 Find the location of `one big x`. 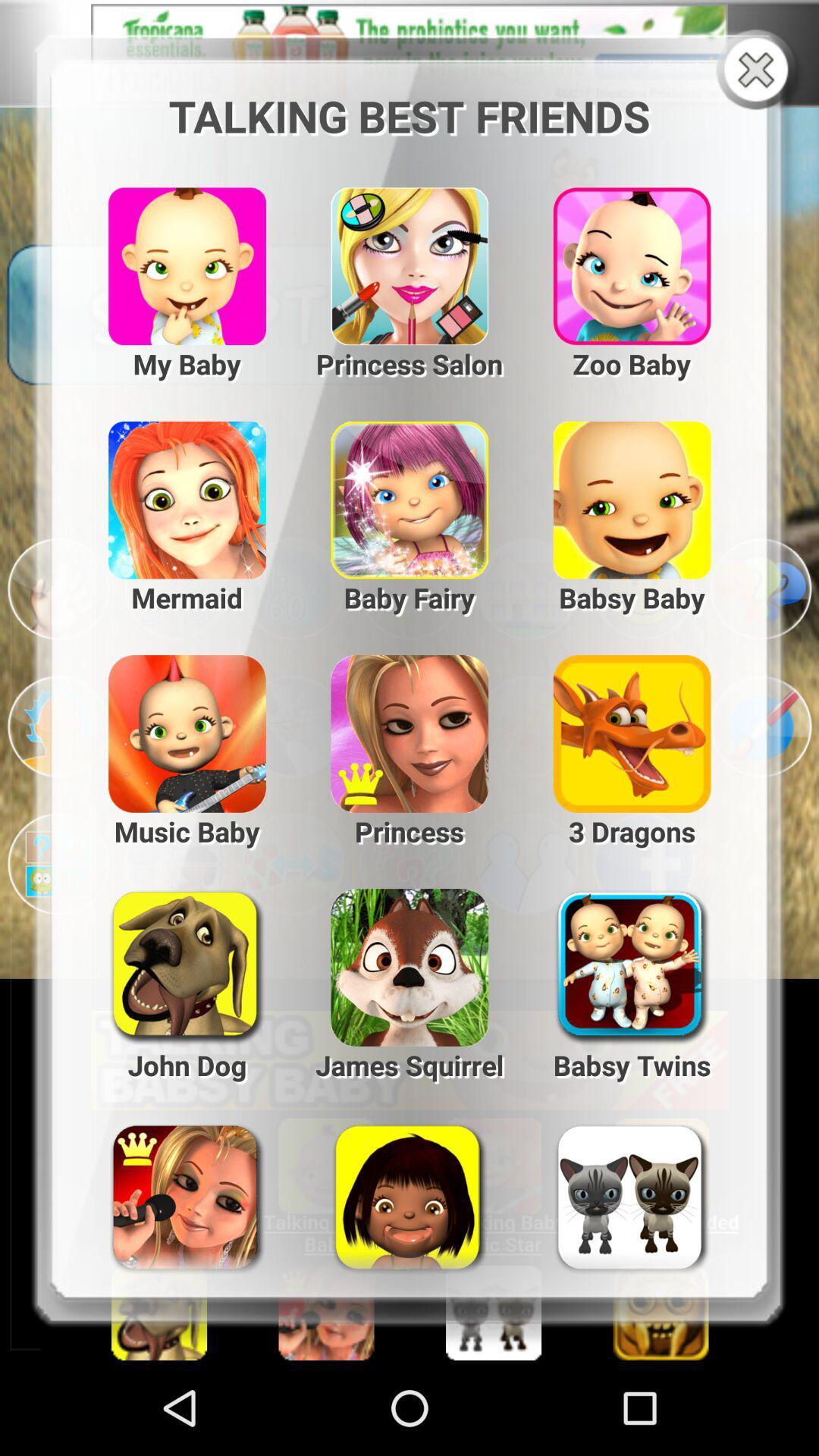

one big x is located at coordinates (759, 71).